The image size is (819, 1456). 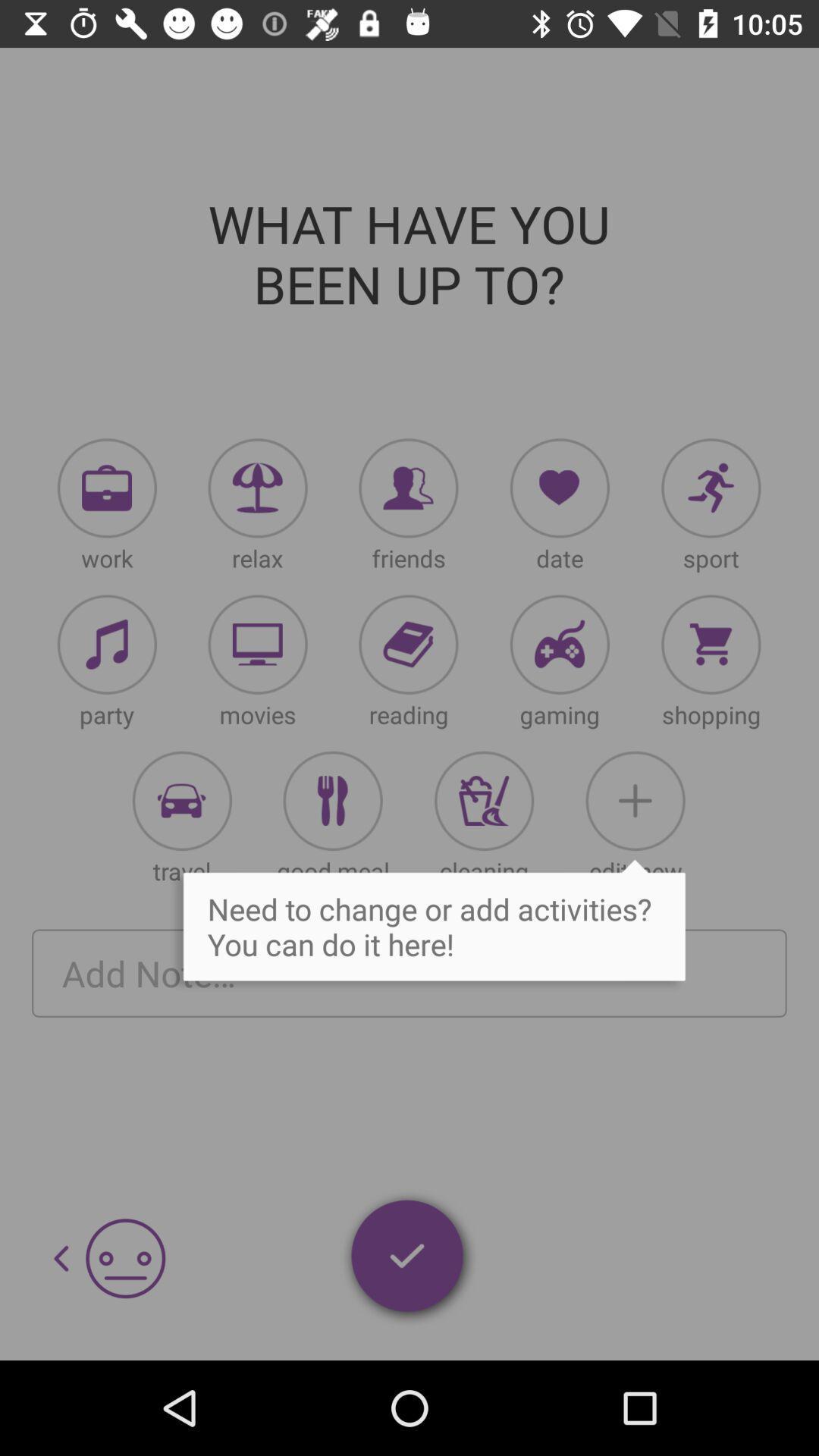 What do you see at coordinates (106, 488) in the screenshot?
I see `choose work` at bounding box center [106, 488].